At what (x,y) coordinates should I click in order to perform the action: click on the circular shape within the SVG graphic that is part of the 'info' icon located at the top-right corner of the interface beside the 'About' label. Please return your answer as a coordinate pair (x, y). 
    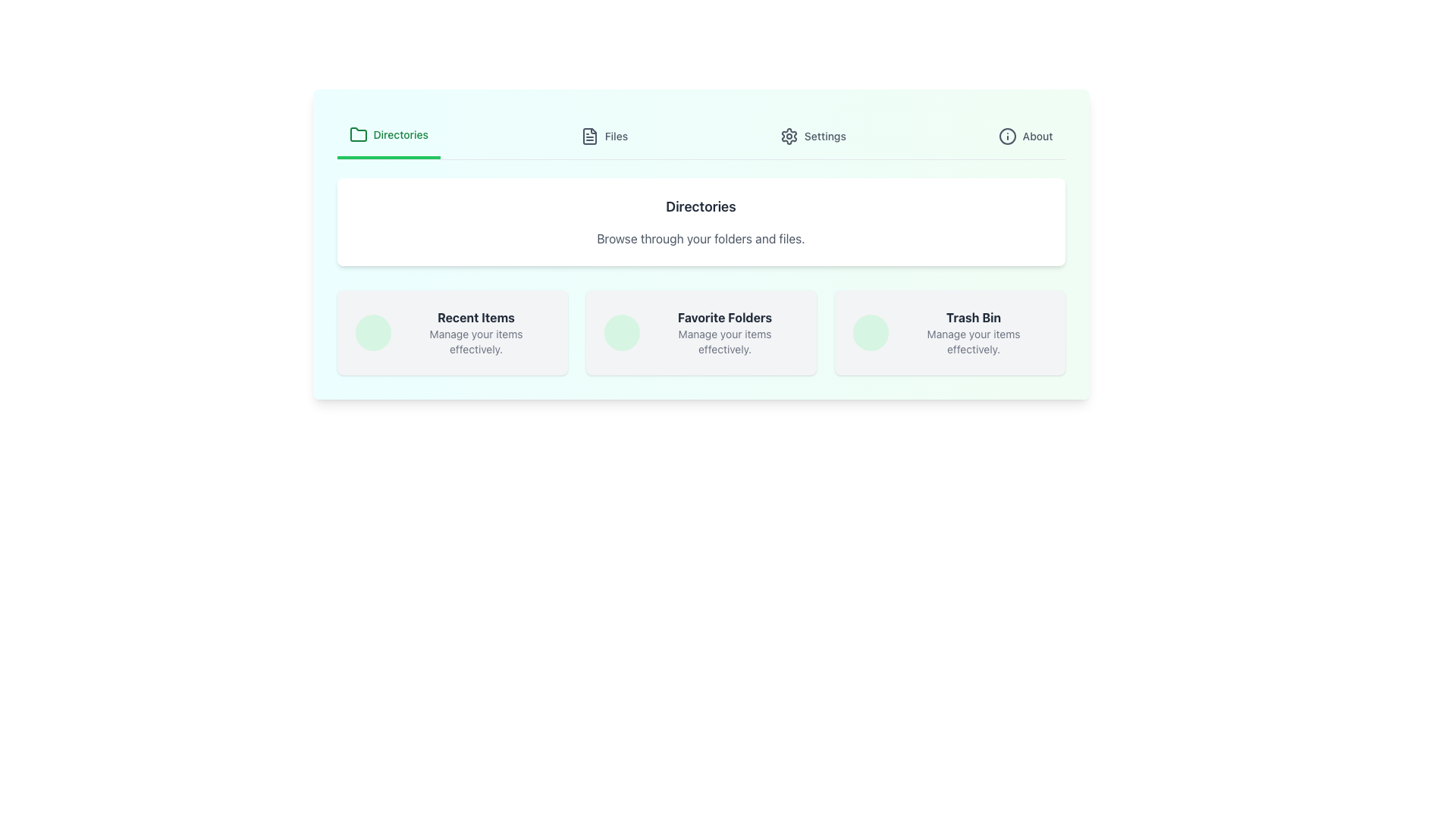
    Looking at the image, I should click on (1007, 136).